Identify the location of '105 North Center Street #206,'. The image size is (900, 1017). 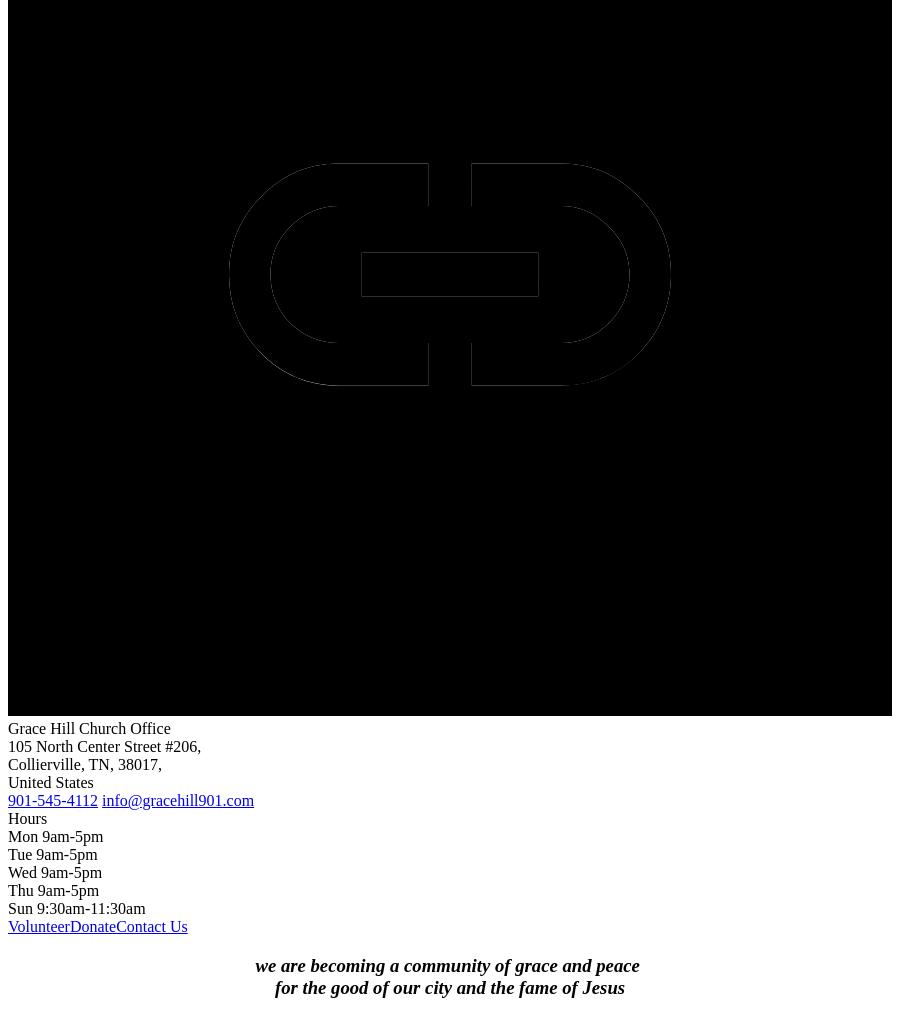
(103, 746).